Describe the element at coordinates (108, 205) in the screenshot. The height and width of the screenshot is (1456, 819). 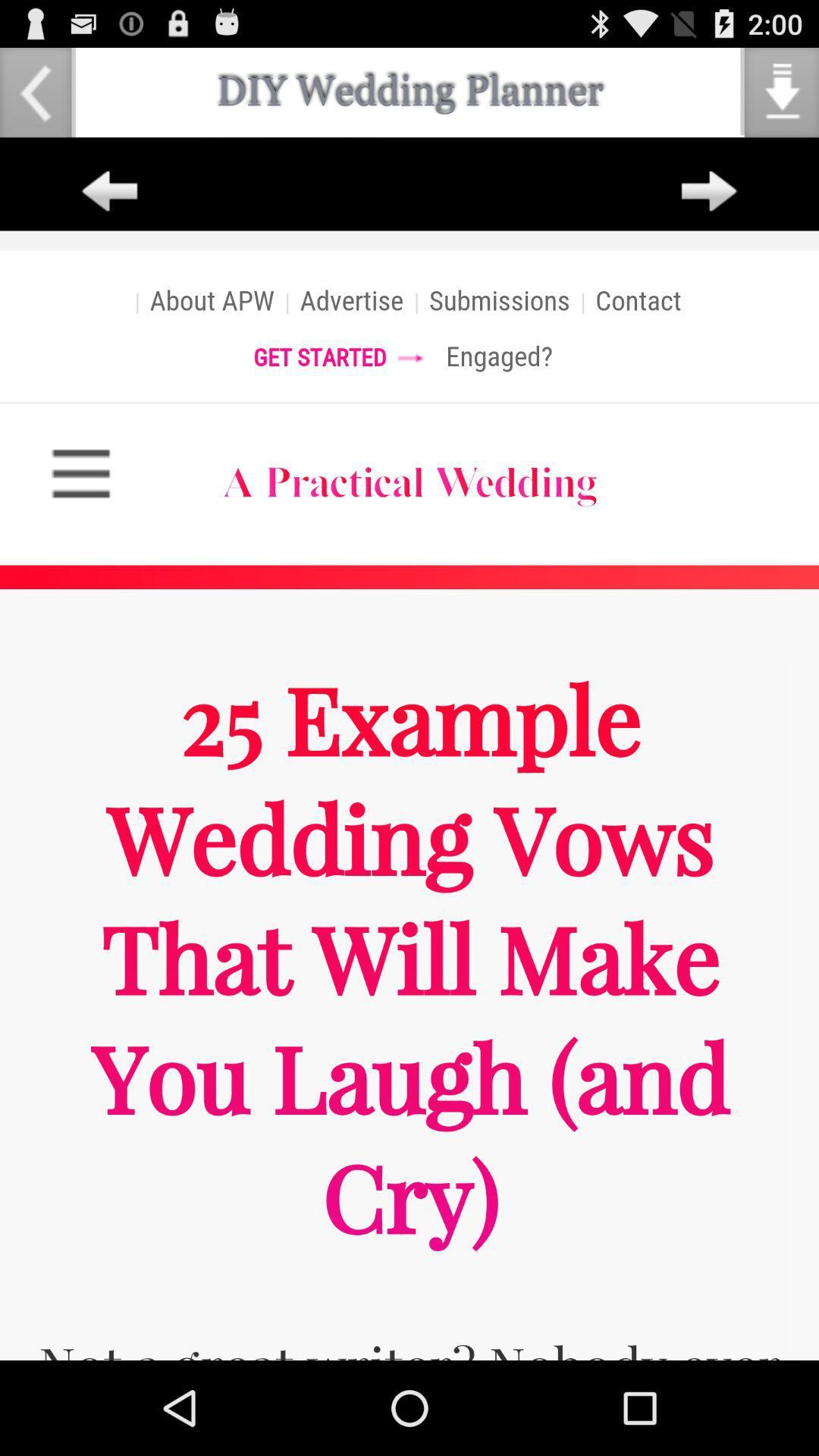
I see `the arrow_backward icon` at that location.